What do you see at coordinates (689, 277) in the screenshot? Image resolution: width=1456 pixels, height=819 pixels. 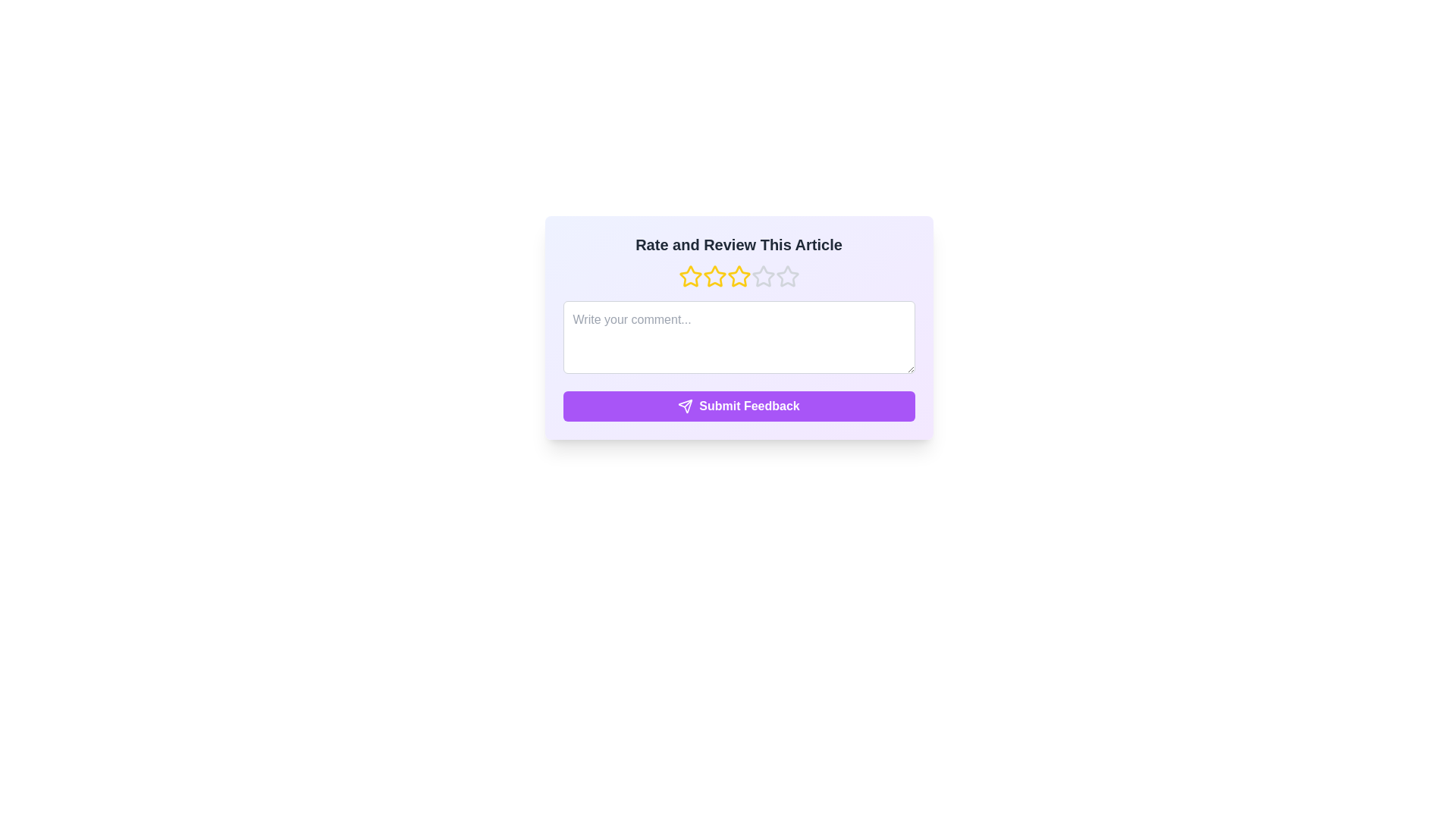 I see `the rating to 1 stars by clicking on the corresponding star` at bounding box center [689, 277].